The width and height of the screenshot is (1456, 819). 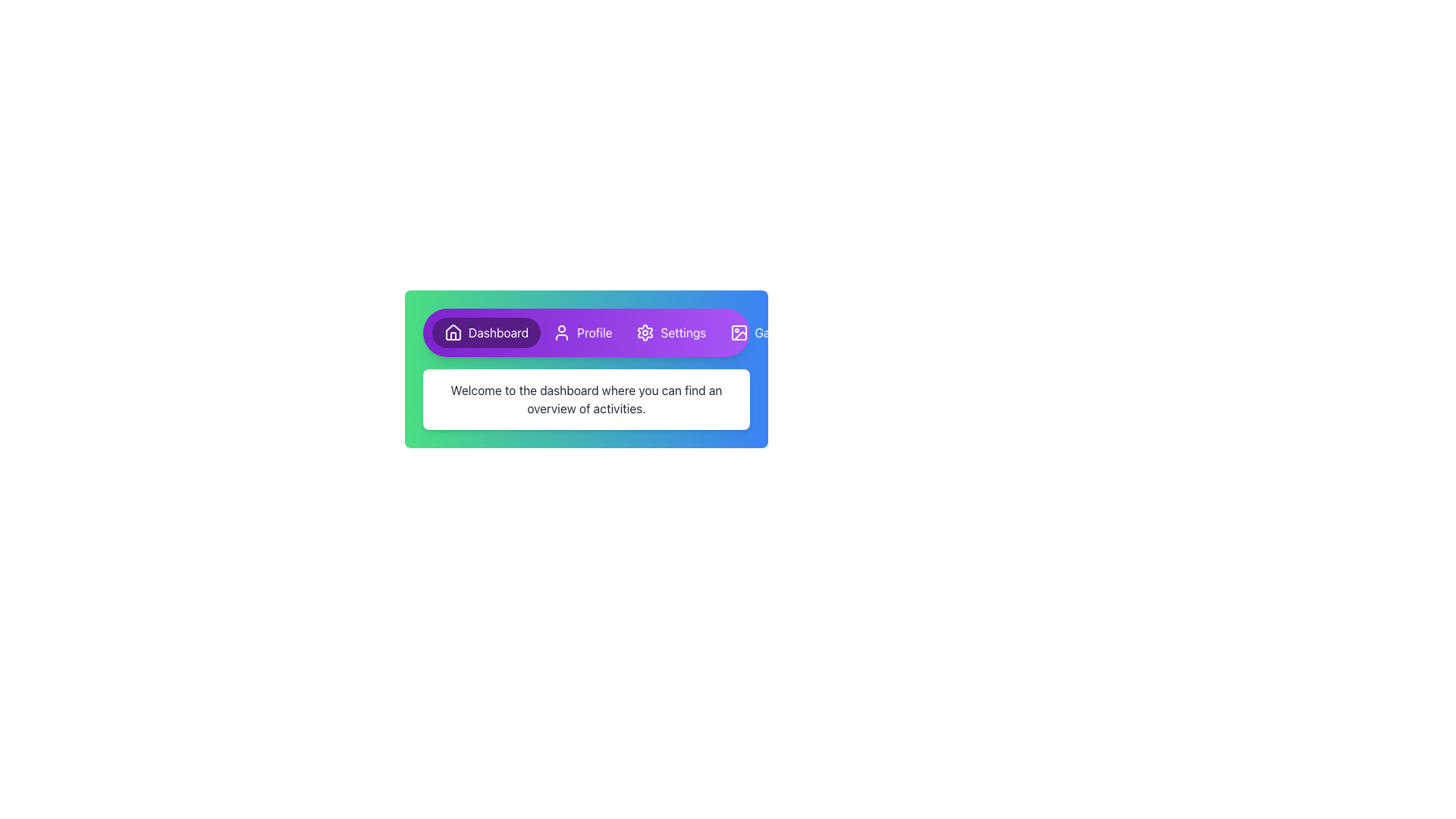 I want to click on text content of the 'Profile' text label, which is displayed in white font on a purple background and is located within the navigation bar at the top of the interface, so click(x=594, y=332).